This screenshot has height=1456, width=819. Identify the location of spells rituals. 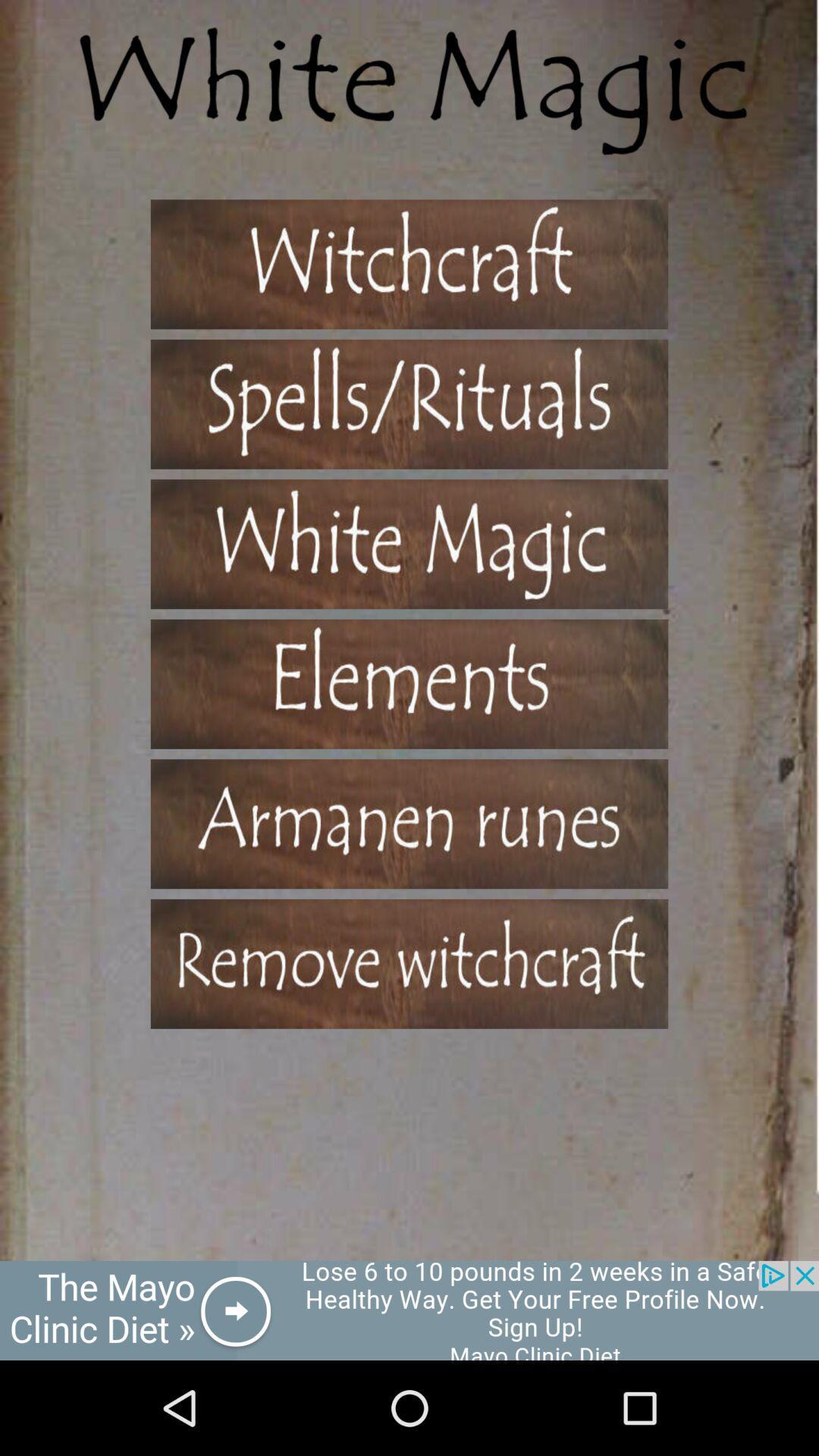
(409, 404).